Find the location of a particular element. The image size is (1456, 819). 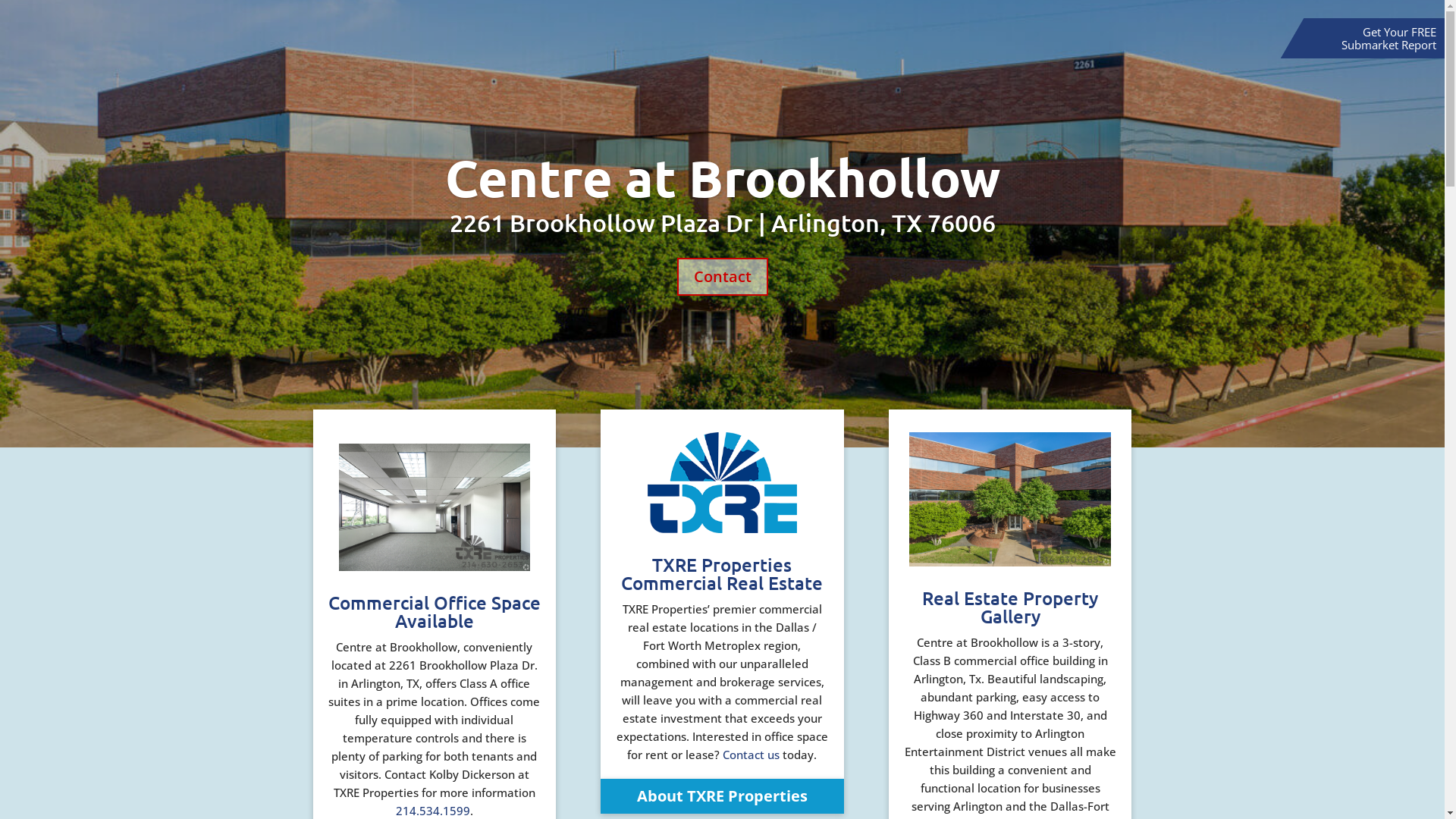

'Get Your FREE is located at coordinates (1389, 37).